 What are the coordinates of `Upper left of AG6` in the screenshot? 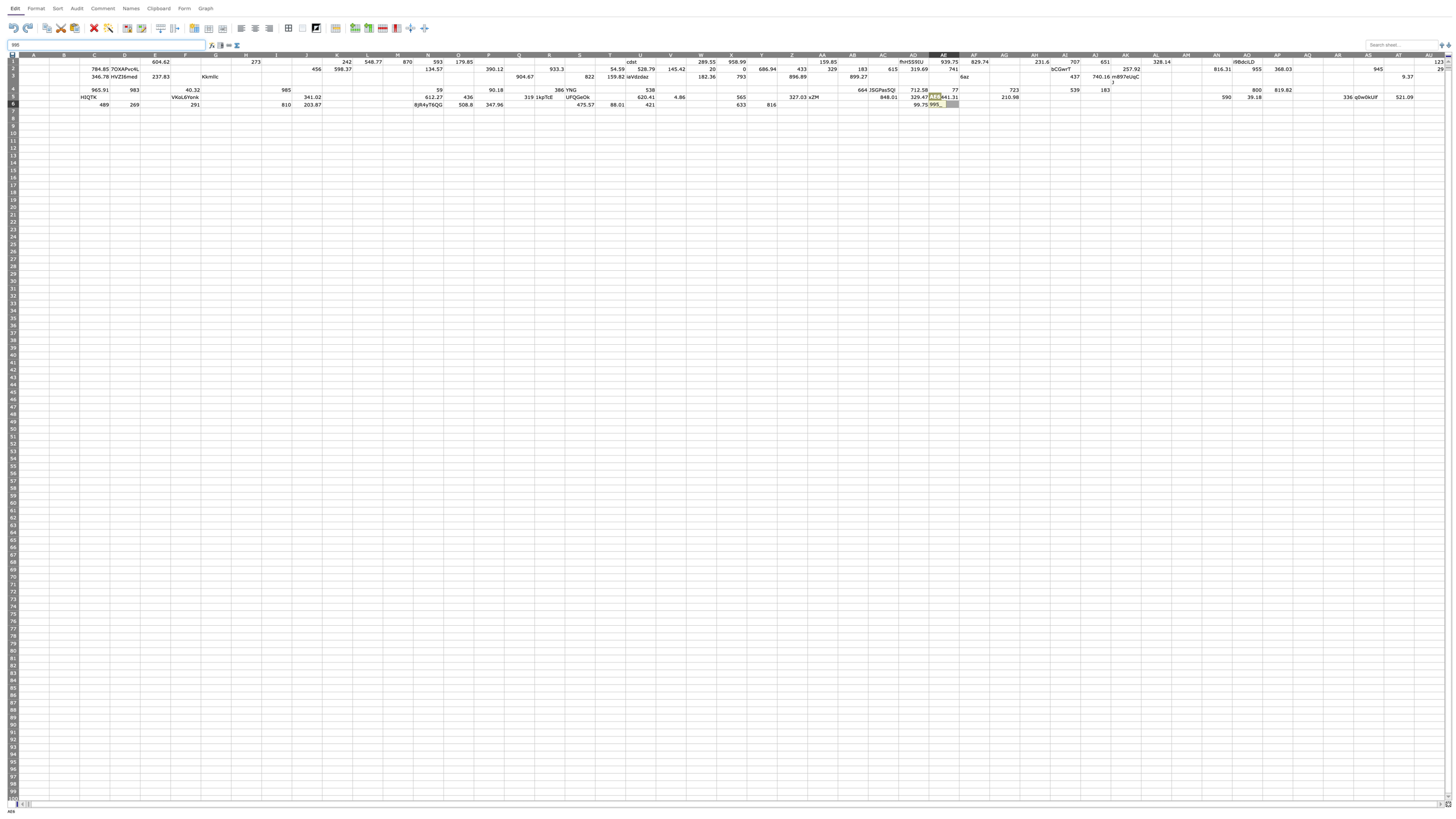 It's located at (990, 100).